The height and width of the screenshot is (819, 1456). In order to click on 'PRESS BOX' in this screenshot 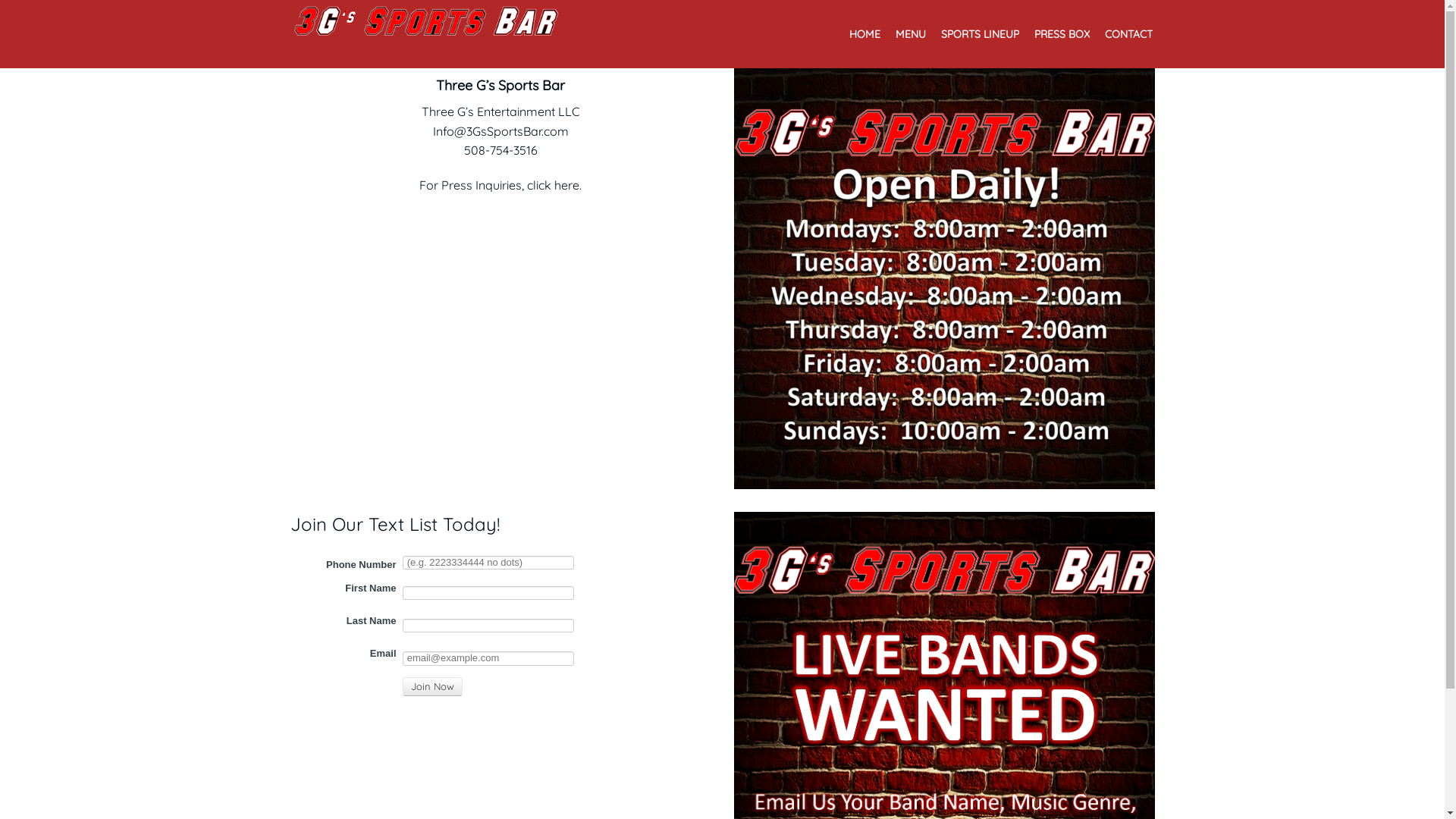, I will do `click(1061, 37)`.